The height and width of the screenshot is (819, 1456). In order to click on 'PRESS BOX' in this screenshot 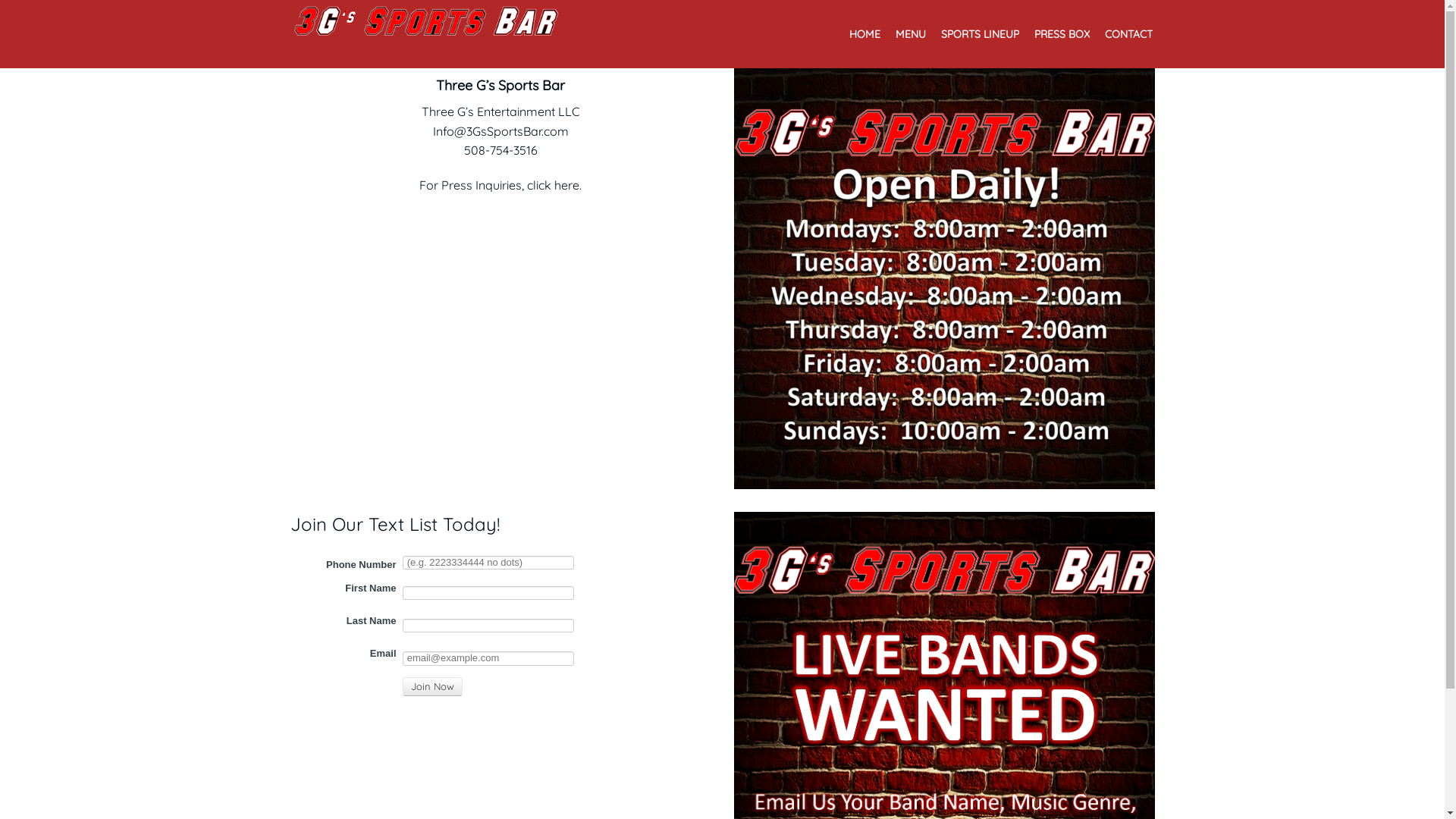, I will do `click(1061, 37)`.